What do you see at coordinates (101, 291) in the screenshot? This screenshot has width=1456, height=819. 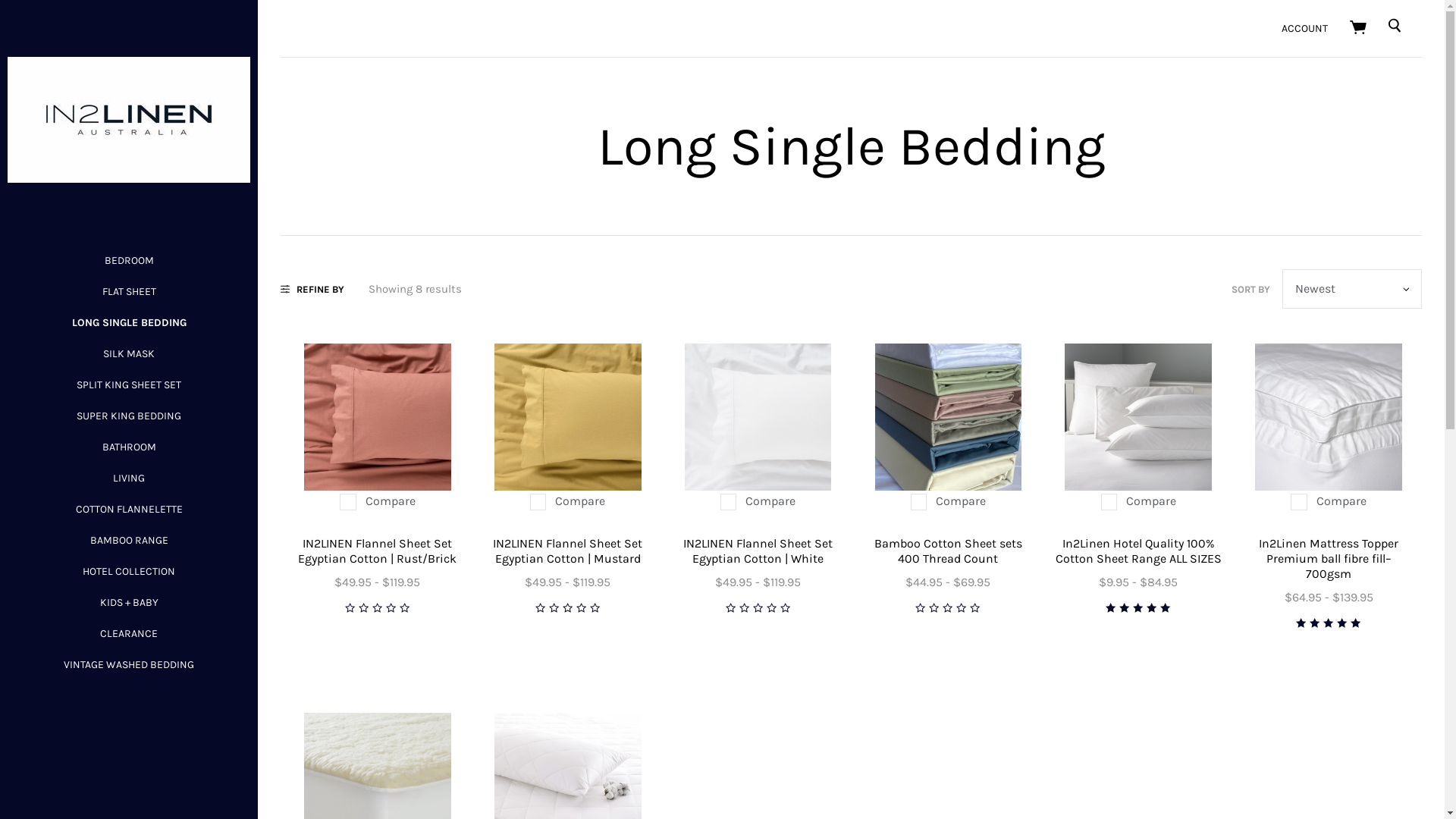 I see `'FLAT SHEET'` at bounding box center [101, 291].